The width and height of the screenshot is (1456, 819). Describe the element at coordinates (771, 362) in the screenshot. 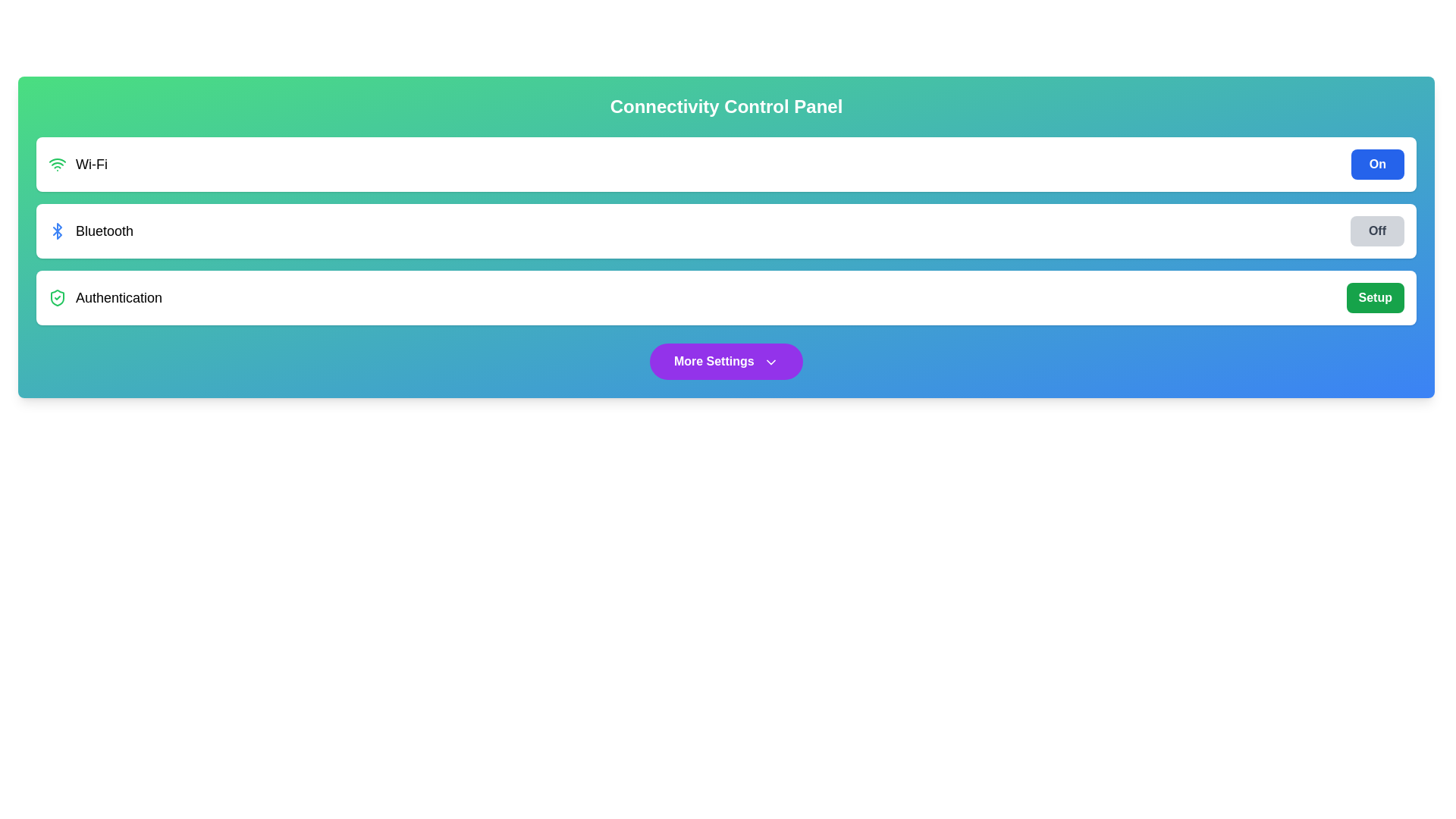

I see `the chevron-down icon located on the right side of the 'More Settings' button` at that location.